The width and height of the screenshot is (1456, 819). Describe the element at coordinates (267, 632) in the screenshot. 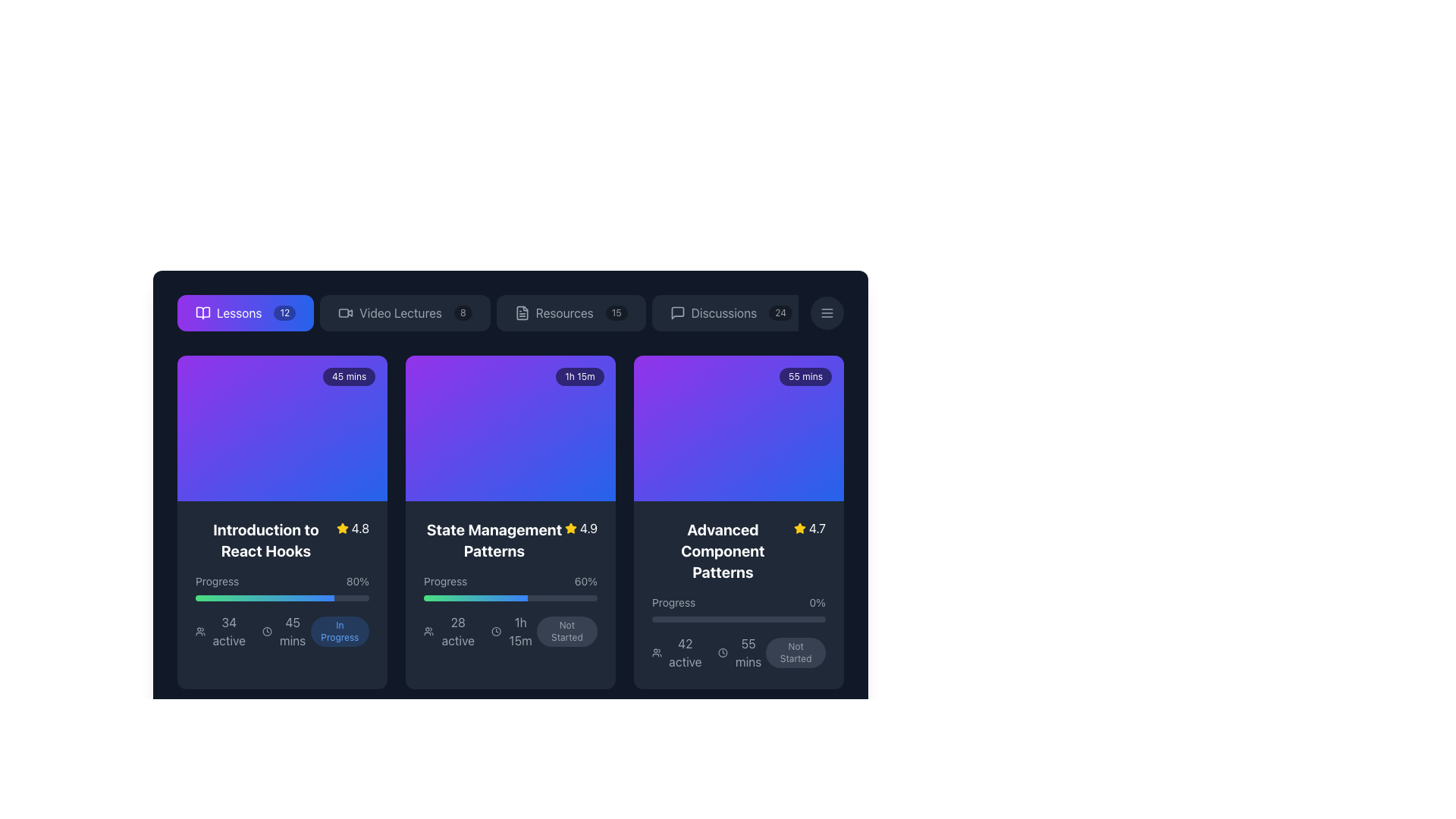

I see `the small circular clock icon with a gray color scheme located before the numeric text '45 mins' in the card labeled 'Introduction to React Hooks'` at that location.